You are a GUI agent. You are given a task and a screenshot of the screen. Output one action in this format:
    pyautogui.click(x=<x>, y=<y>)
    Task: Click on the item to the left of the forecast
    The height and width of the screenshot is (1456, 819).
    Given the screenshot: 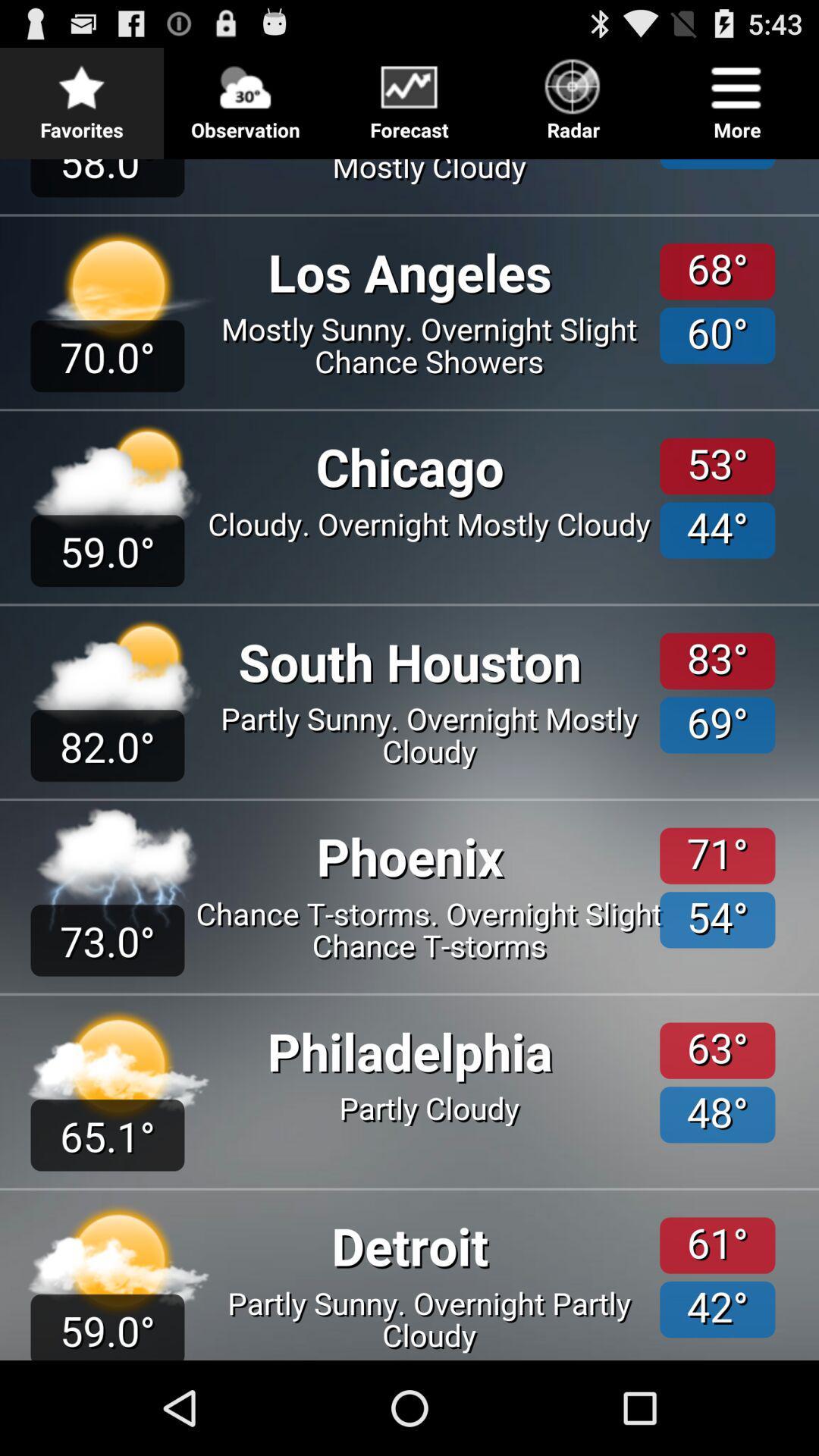 What is the action you would take?
    pyautogui.click(x=245, y=94)
    